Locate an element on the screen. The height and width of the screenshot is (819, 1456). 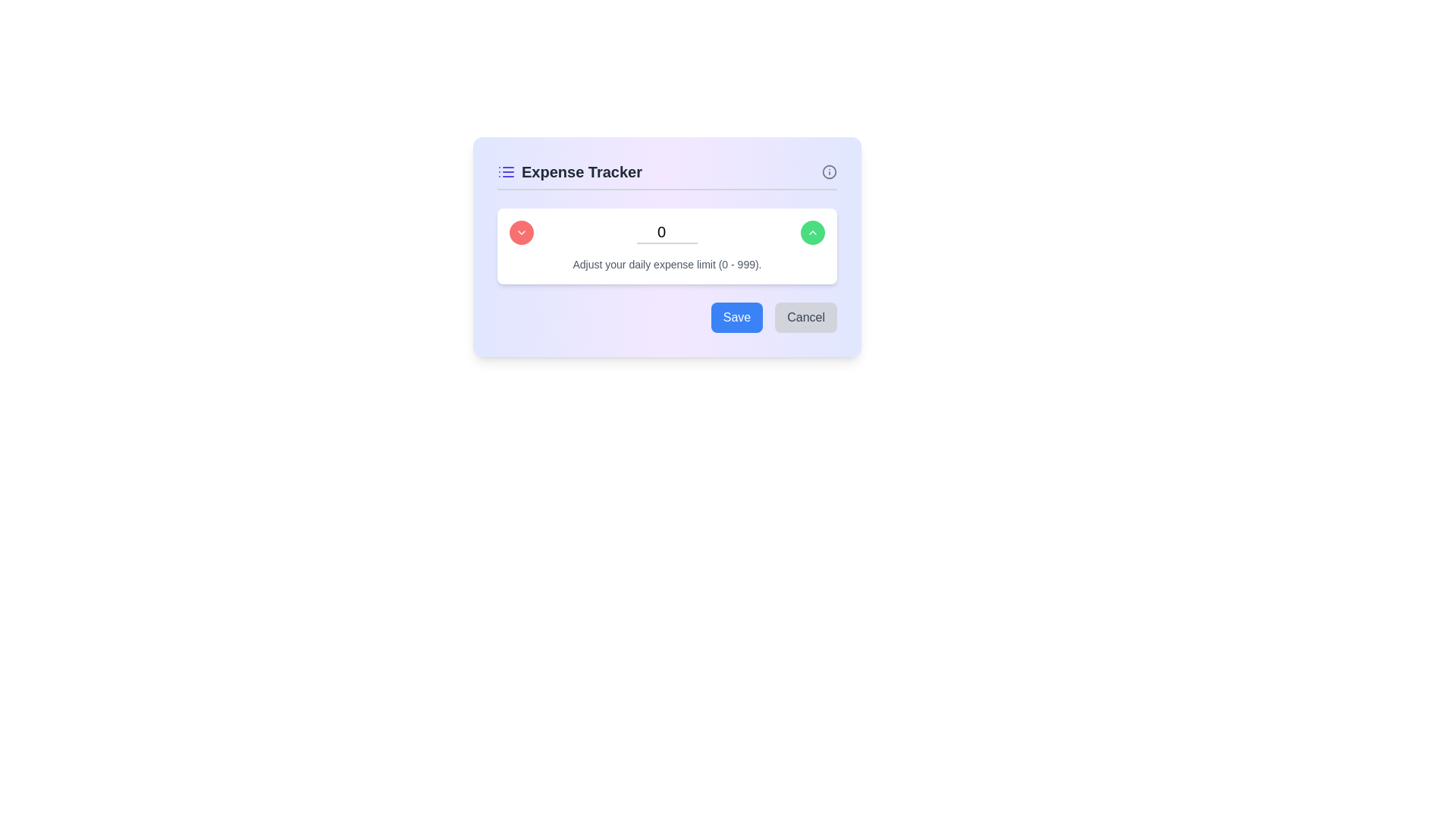
the indigo icon resembling a list, located to the left of the 'Expense Tracker' title at the top-left area of the panel is located at coordinates (506, 171).